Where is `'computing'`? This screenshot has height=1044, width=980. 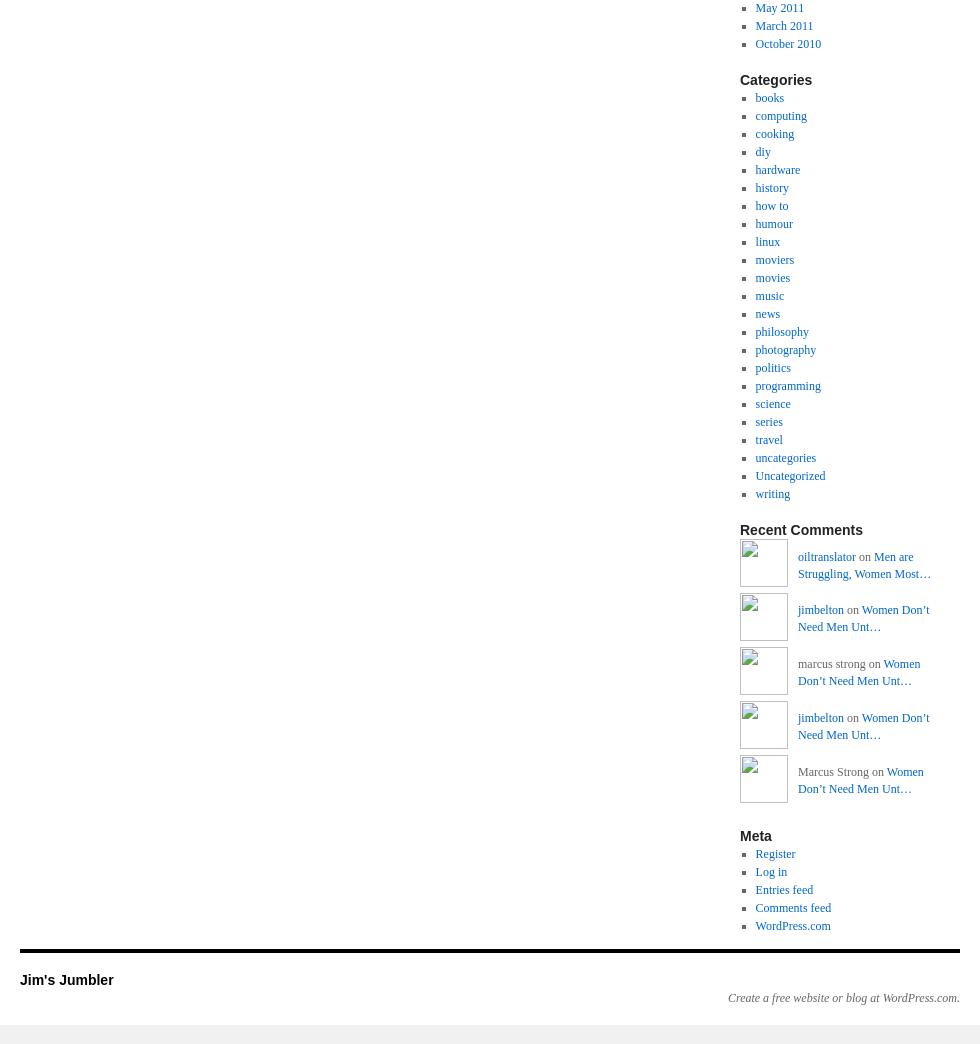 'computing' is located at coordinates (780, 115).